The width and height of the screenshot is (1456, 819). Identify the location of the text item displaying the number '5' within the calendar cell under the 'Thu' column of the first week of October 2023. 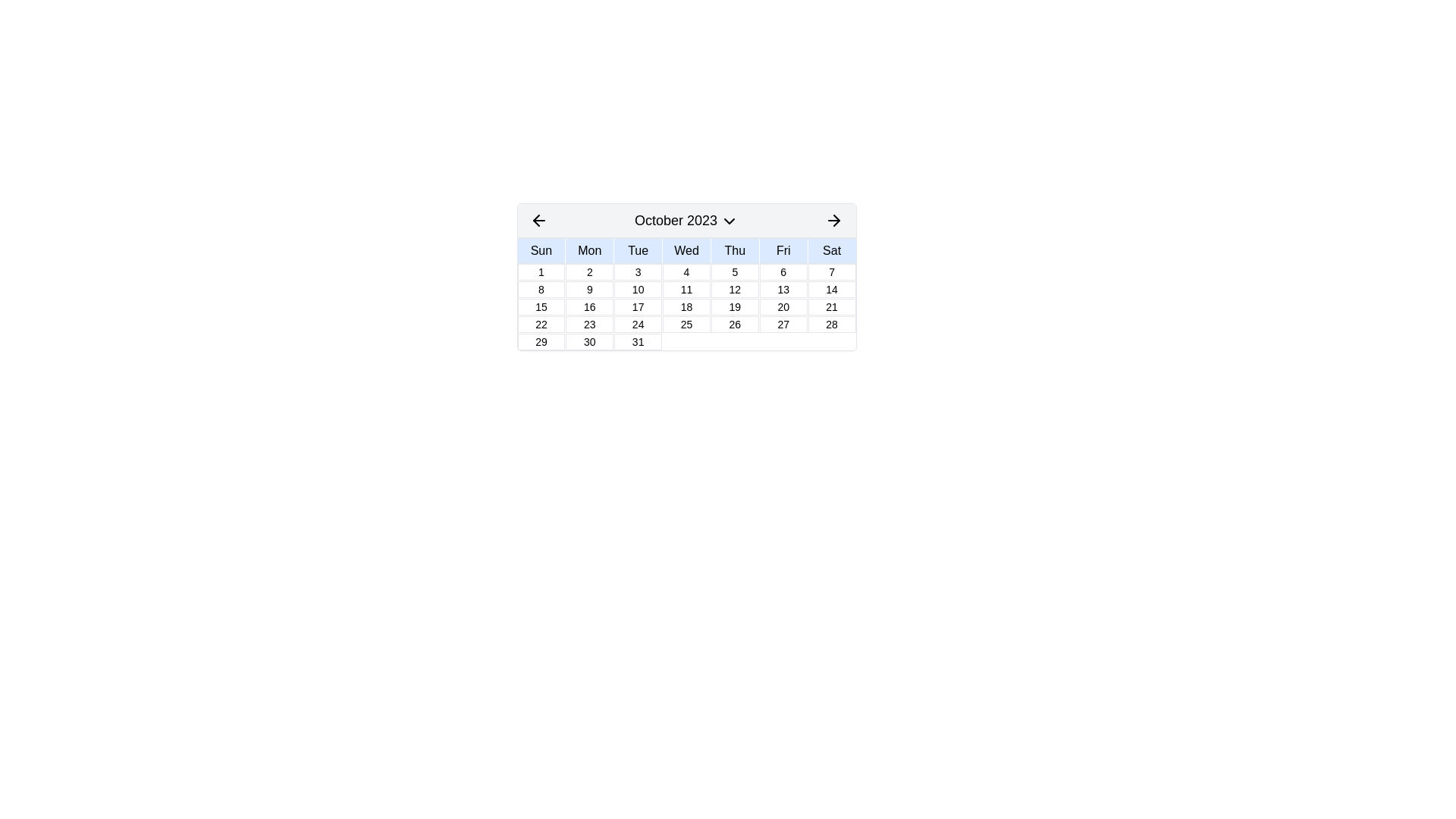
(735, 271).